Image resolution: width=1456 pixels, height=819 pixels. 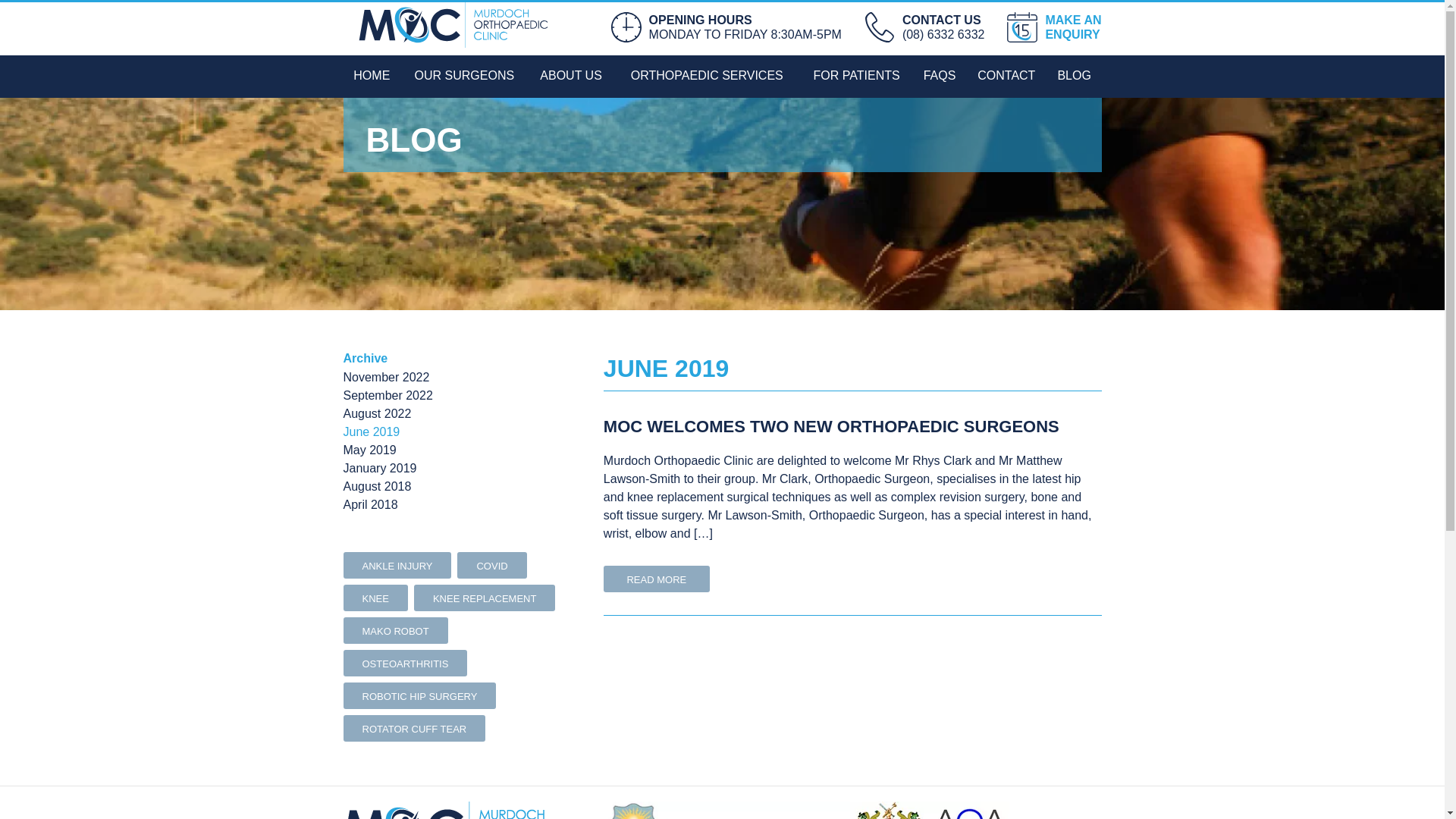 I want to click on 'ROTATOR CUFF TEAR', so click(x=414, y=727).